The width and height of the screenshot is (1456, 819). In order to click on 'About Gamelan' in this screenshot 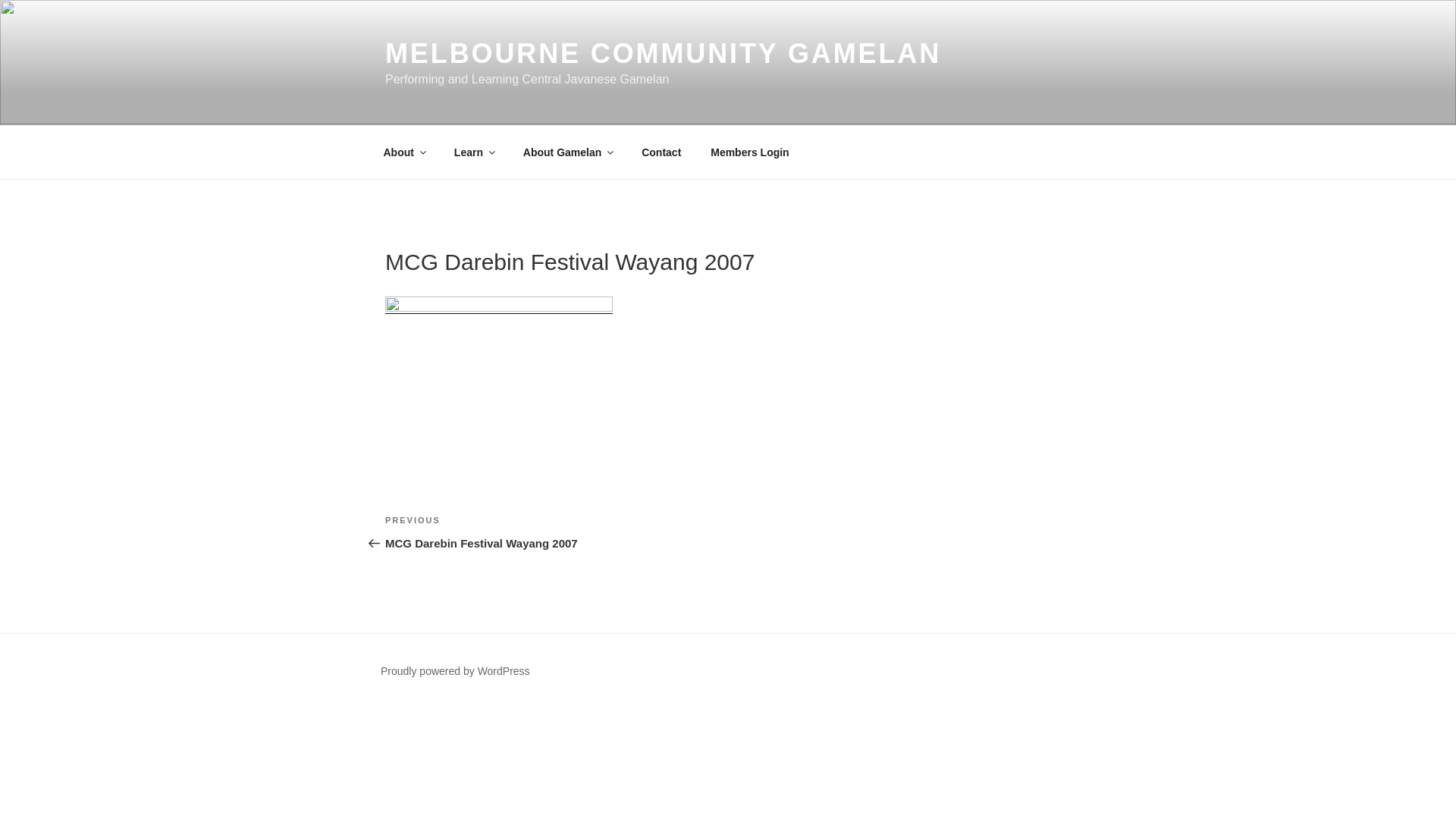, I will do `click(510, 152)`.